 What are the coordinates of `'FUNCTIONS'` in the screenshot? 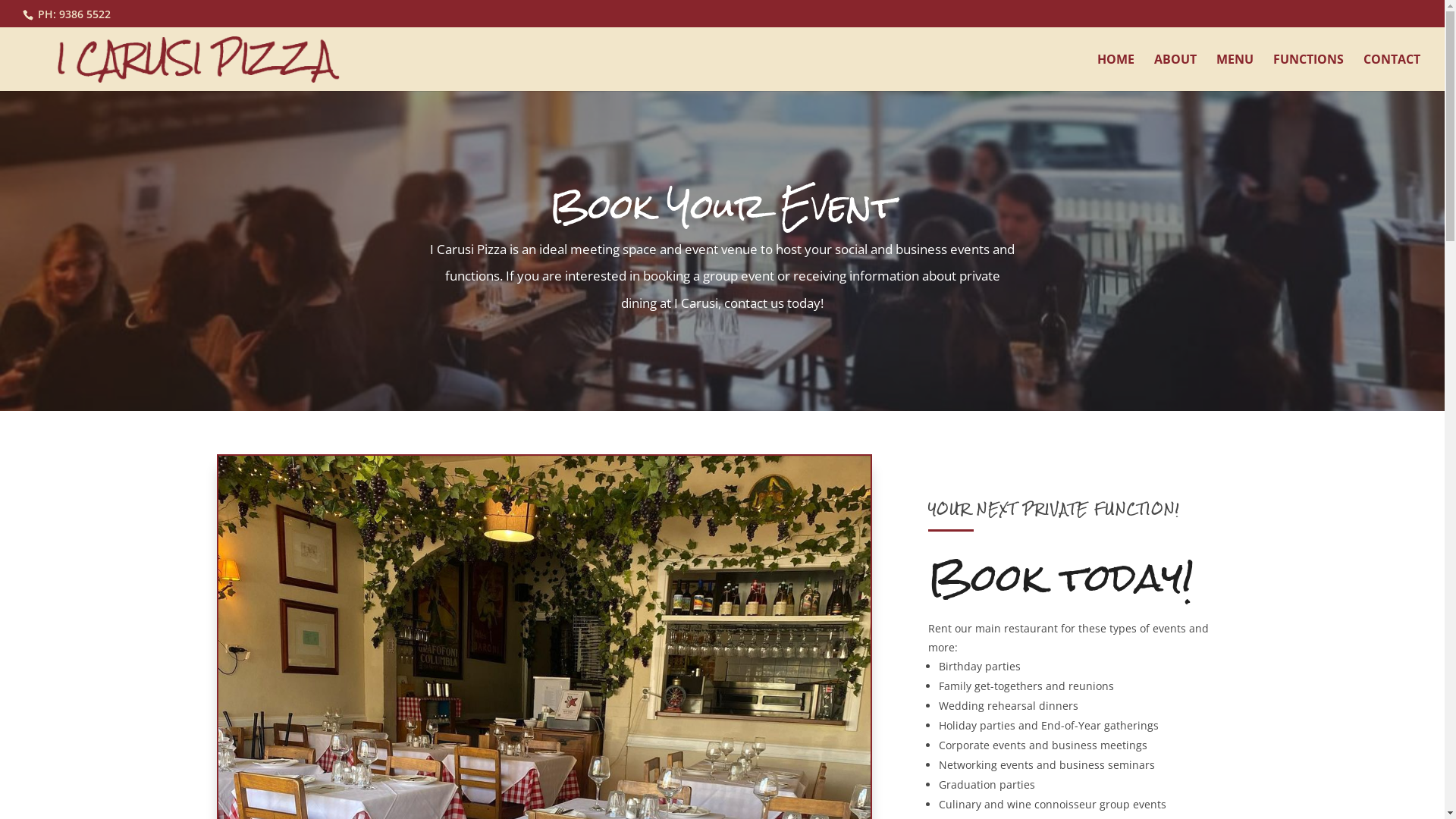 It's located at (1307, 72).